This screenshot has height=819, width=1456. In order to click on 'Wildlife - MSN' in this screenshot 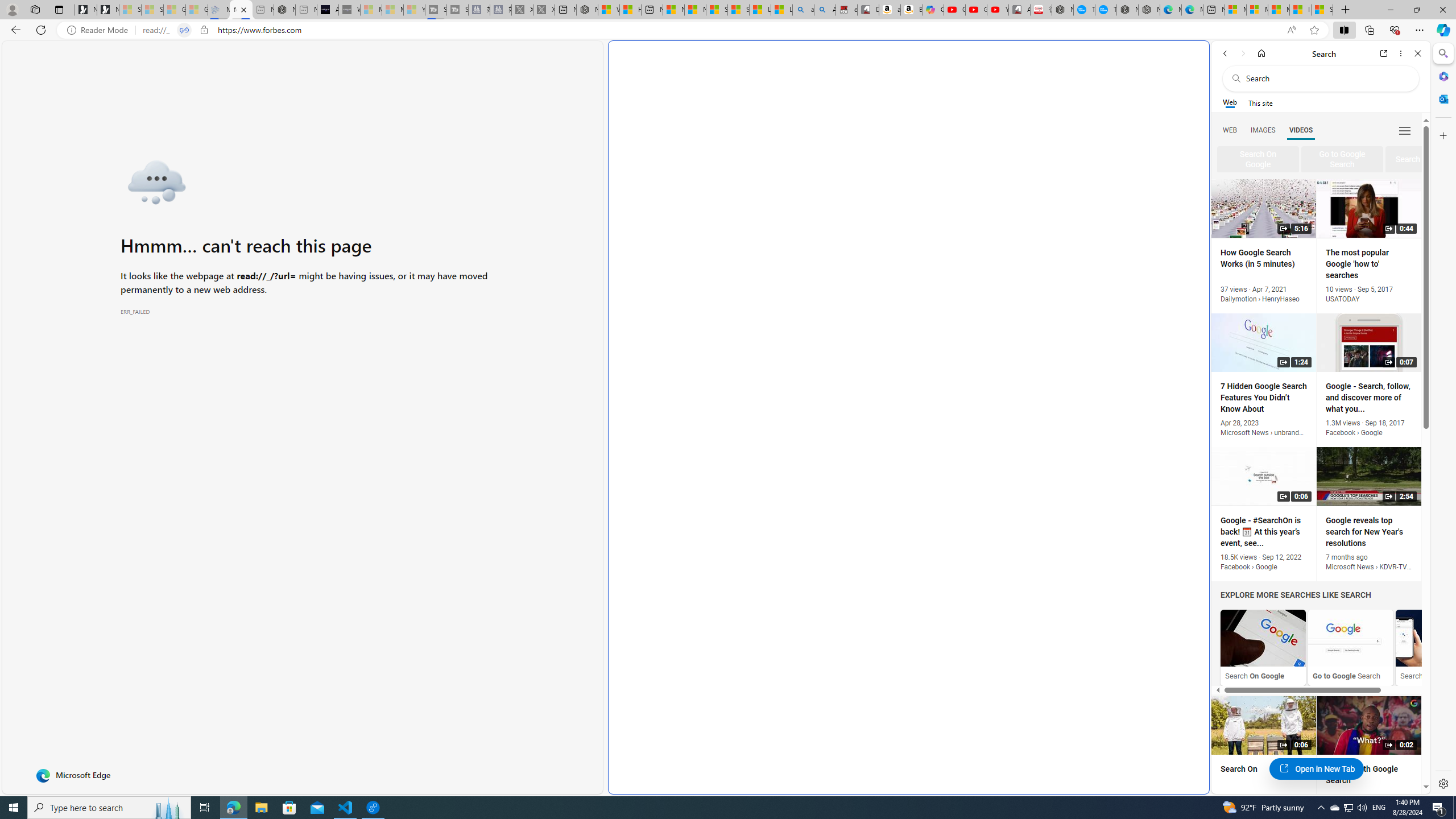, I will do `click(608, 9)`.